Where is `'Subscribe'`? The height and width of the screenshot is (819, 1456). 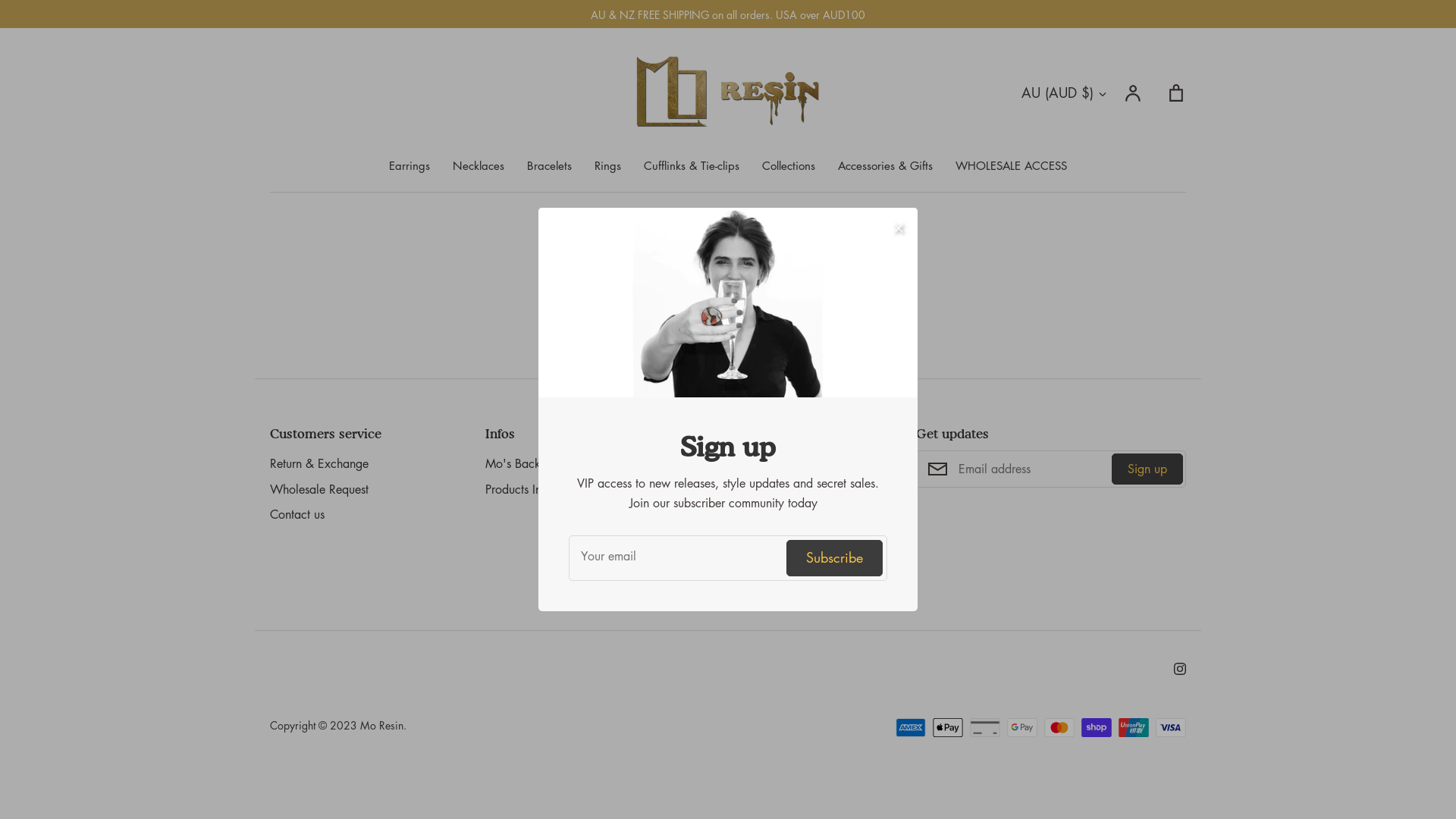 'Subscribe' is located at coordinates (833, 557).